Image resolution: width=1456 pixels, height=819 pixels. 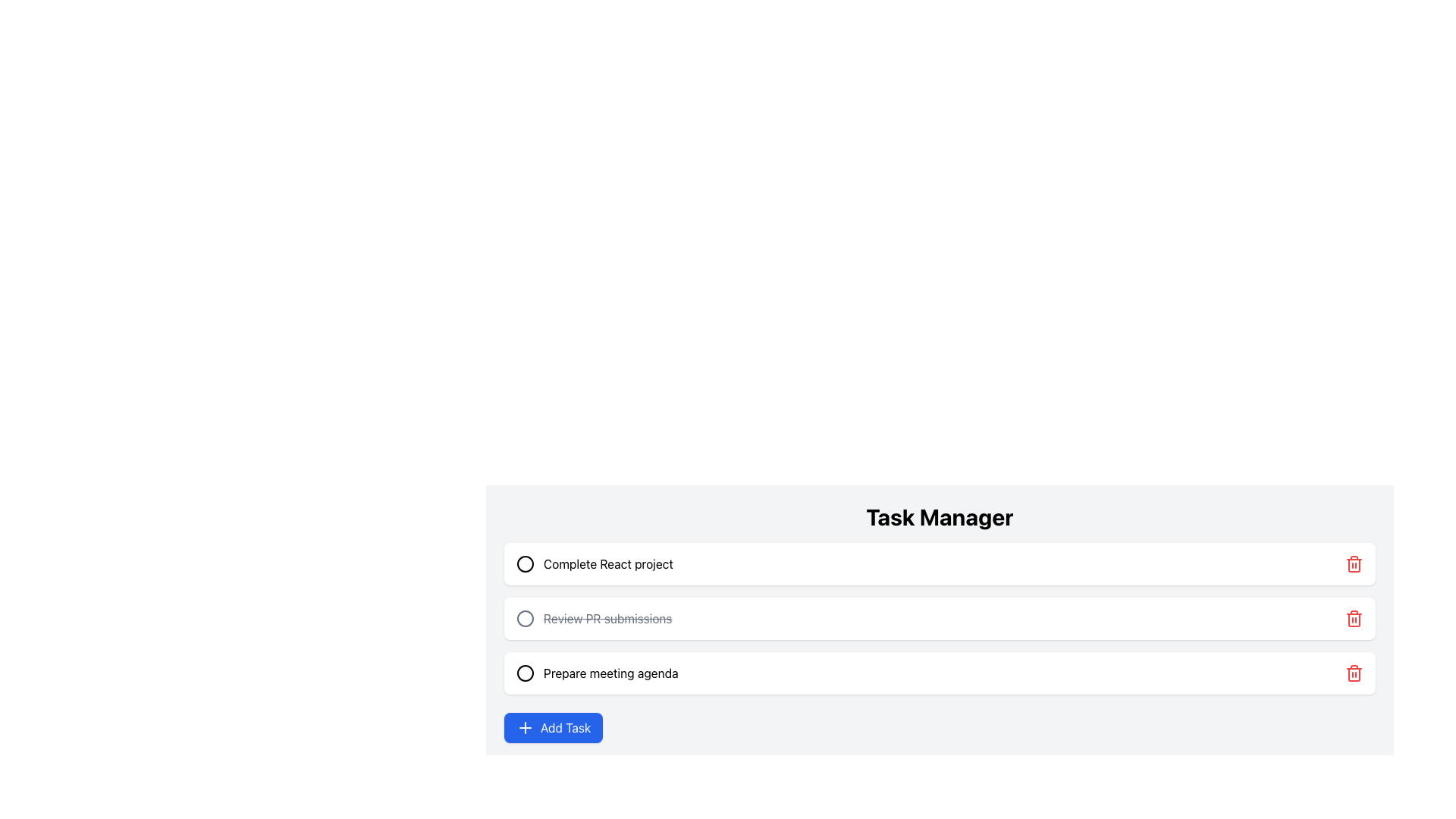 I want to click on the circular checkbox or status indicator in the 'Task Manager' interface that indicates the completion state of the task, so click(x=525, y=564).